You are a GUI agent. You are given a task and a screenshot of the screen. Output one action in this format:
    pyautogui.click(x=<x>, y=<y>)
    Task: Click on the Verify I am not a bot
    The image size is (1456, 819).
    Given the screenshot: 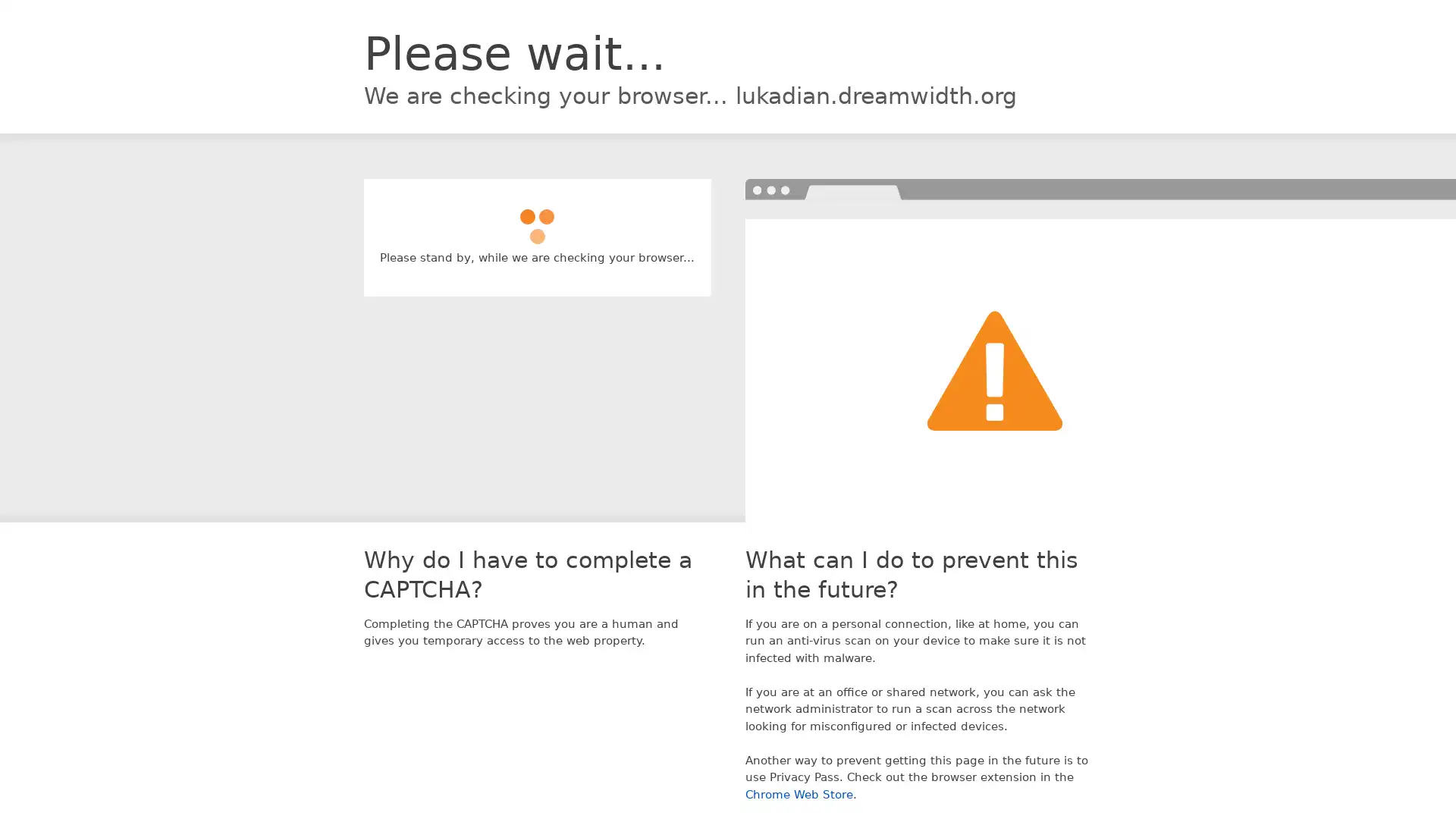 What is the action you would take?
    pyautogui.click(x=537, y=219)
    